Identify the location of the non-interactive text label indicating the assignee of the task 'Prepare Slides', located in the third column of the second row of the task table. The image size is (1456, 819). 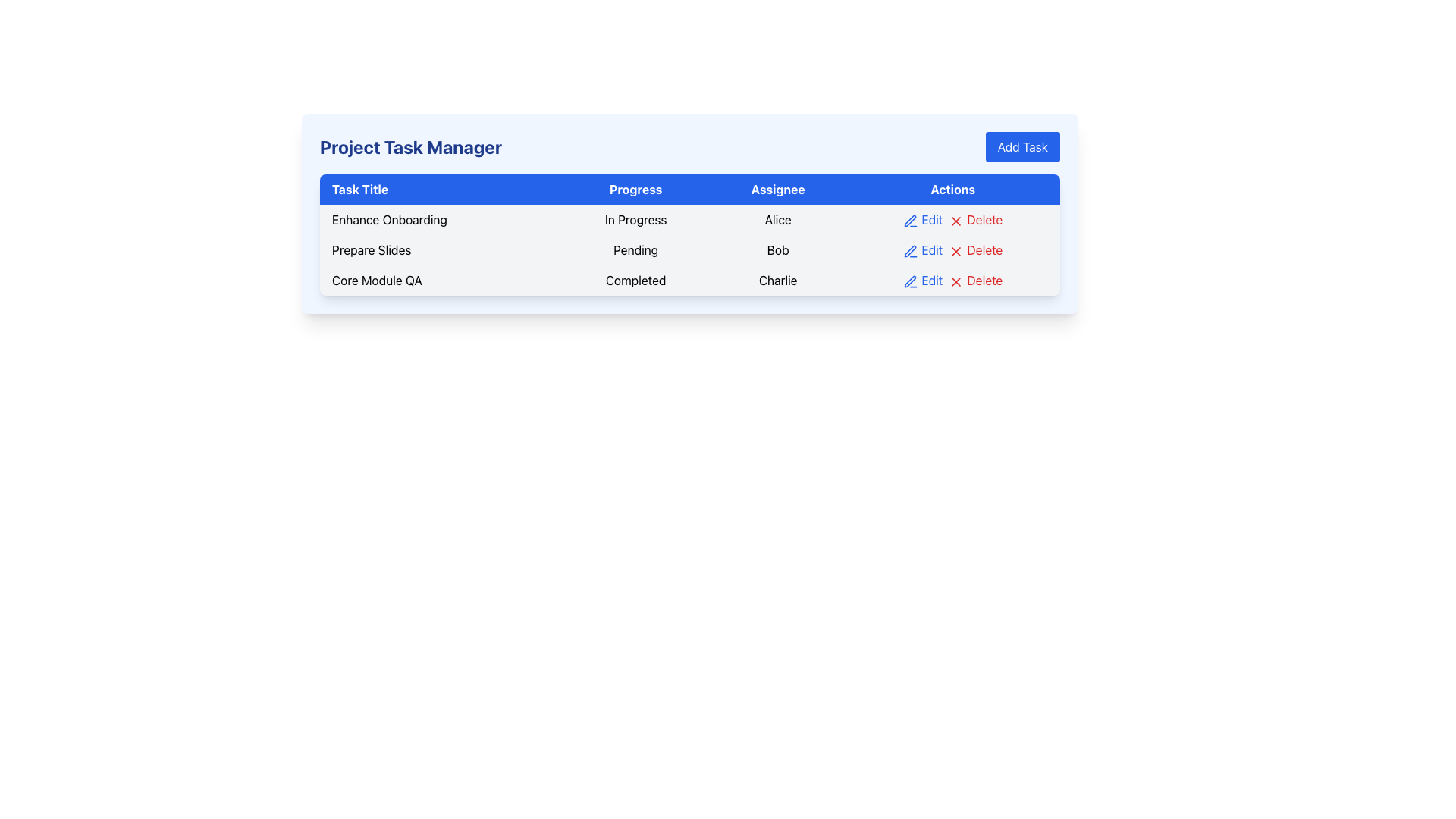
(778, 249).